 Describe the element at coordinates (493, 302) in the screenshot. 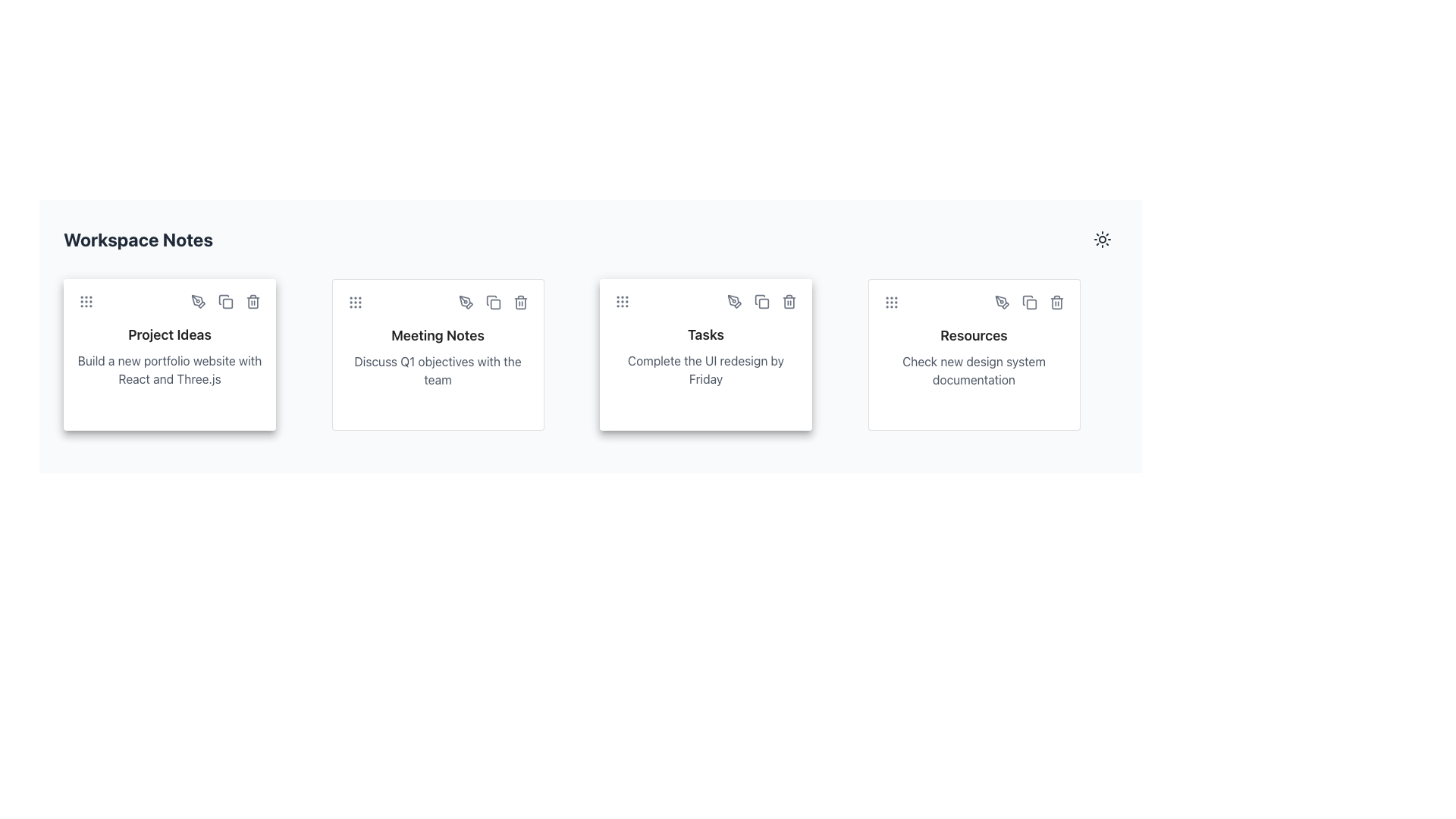

I see `the central copy button with an icon of two overlapping rectangles located at the top-right corner of the 'Meeting Notes' card` at that location.